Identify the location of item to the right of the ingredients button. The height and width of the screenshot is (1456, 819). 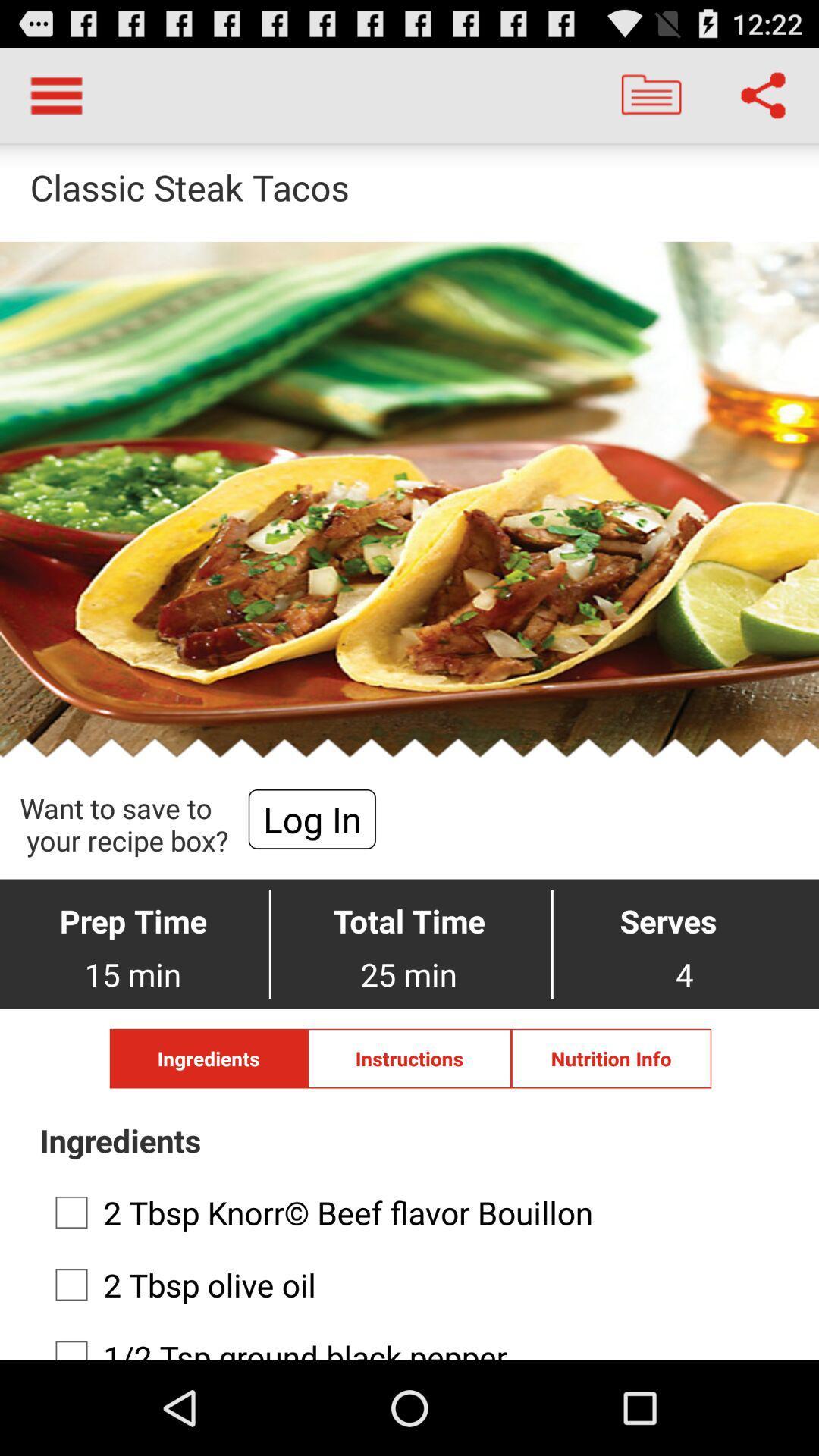
(409, 1058).